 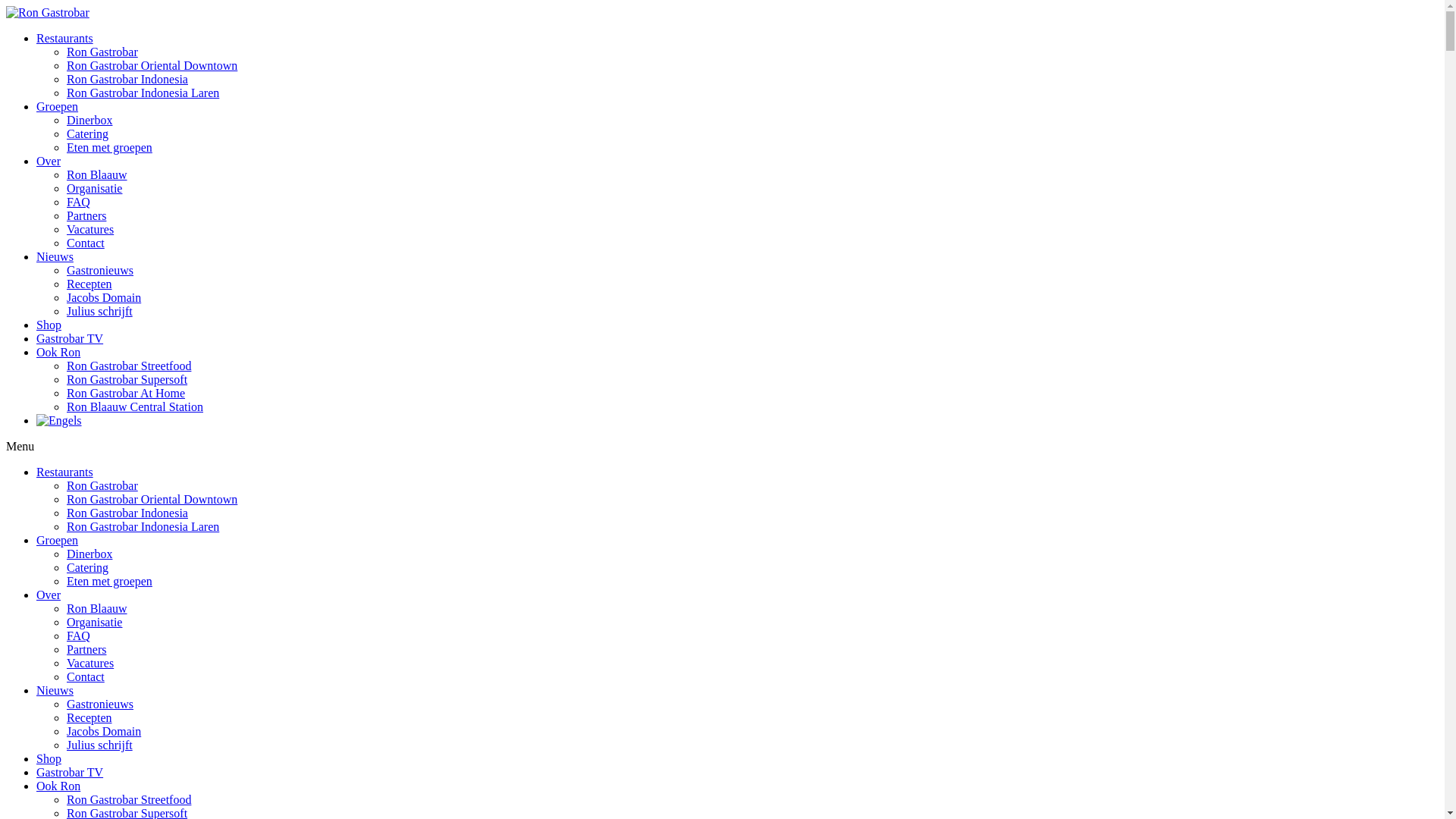 I want to click on 'Gastrobar TV', so click(x=68, y=772).